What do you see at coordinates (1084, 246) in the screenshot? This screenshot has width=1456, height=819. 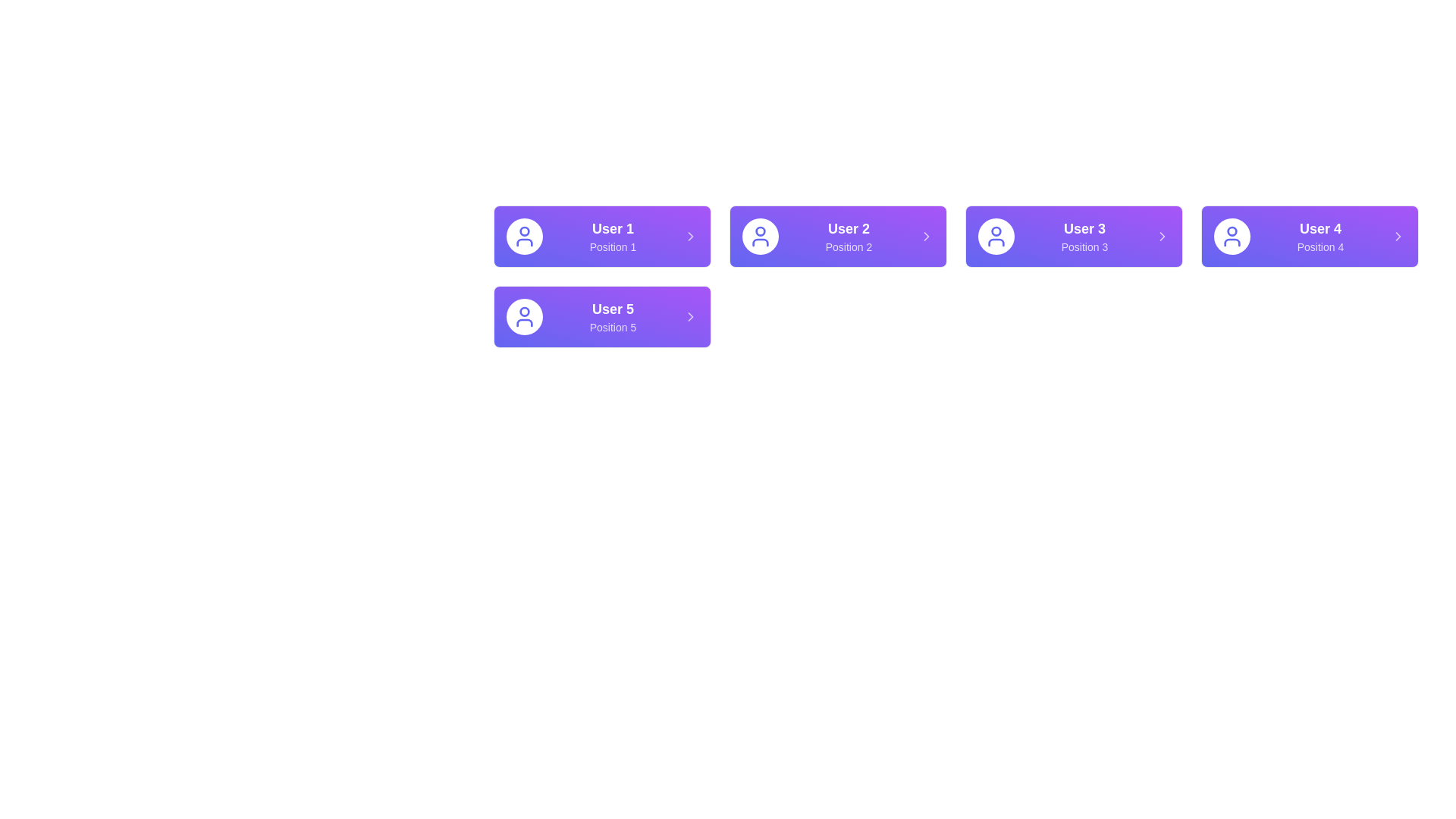 I see `the text label indicating the position or status associated with 'User 3', which is located below the 'User 3' text and above the right arrow icon` at bounding box center [1084, 246].